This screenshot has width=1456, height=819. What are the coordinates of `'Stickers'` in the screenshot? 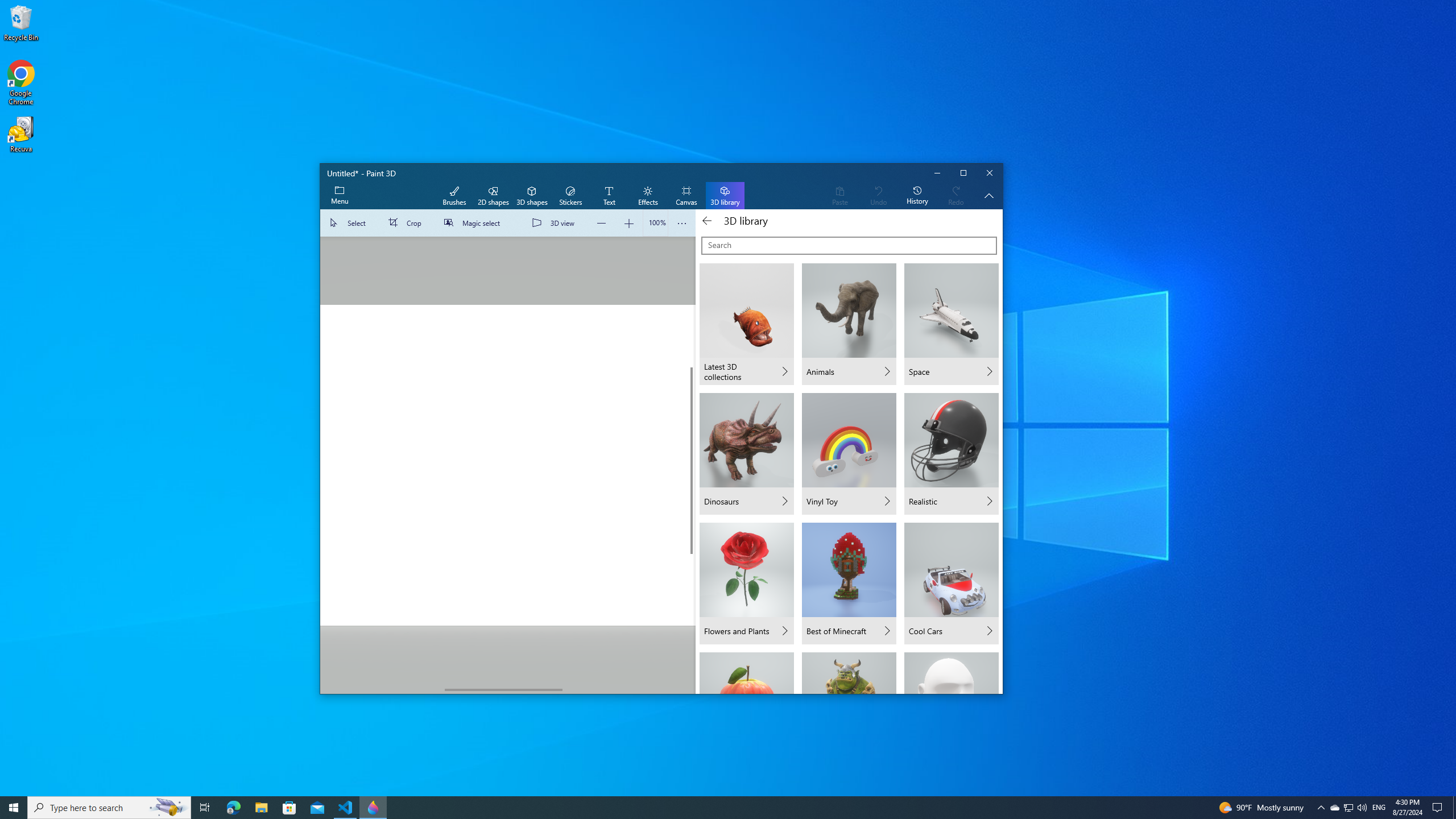 It's located at (570, 196).